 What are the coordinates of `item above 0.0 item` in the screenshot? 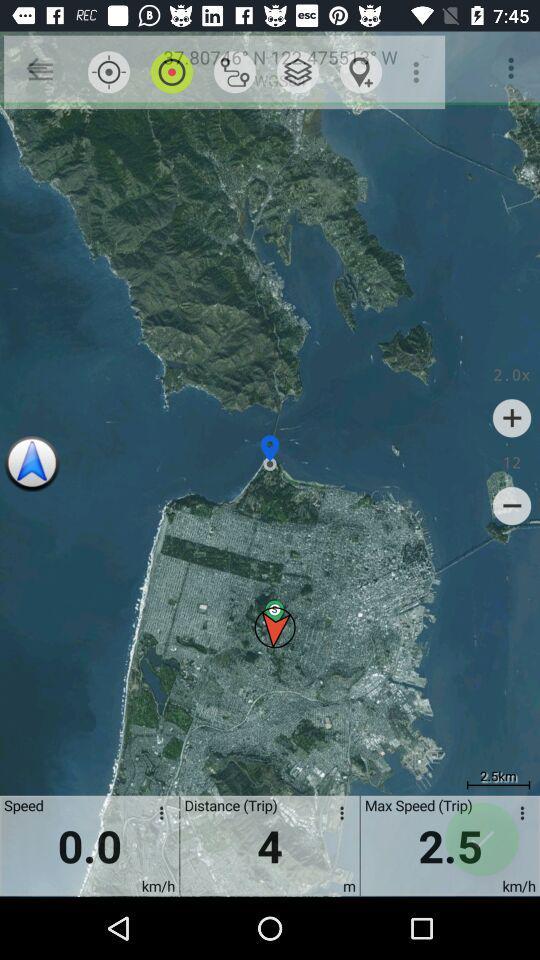 It's located at (172, 72).